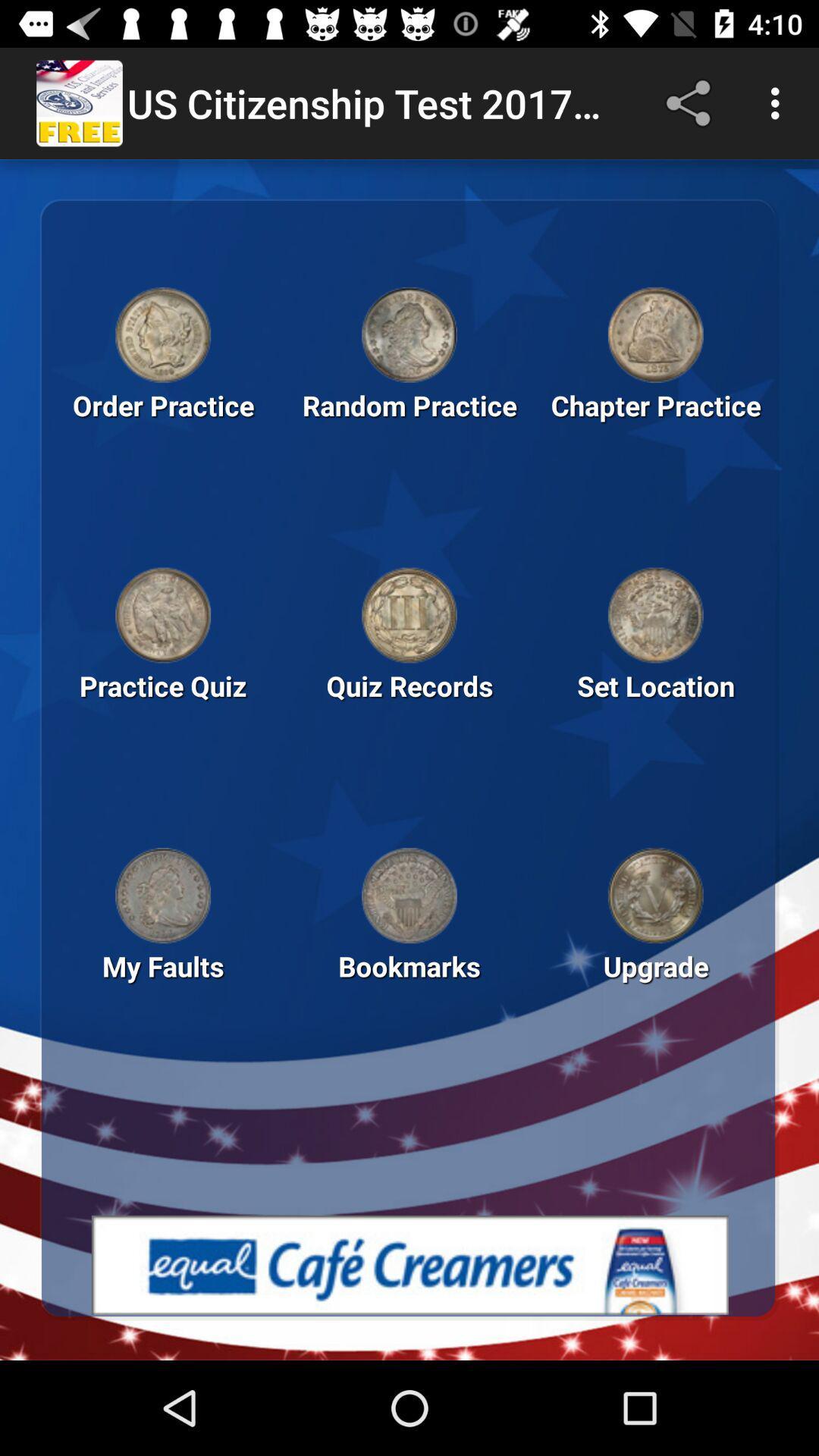  Describe the element at coordinates (409, 1265) in the screenshot. I see `advertisement` at that location.